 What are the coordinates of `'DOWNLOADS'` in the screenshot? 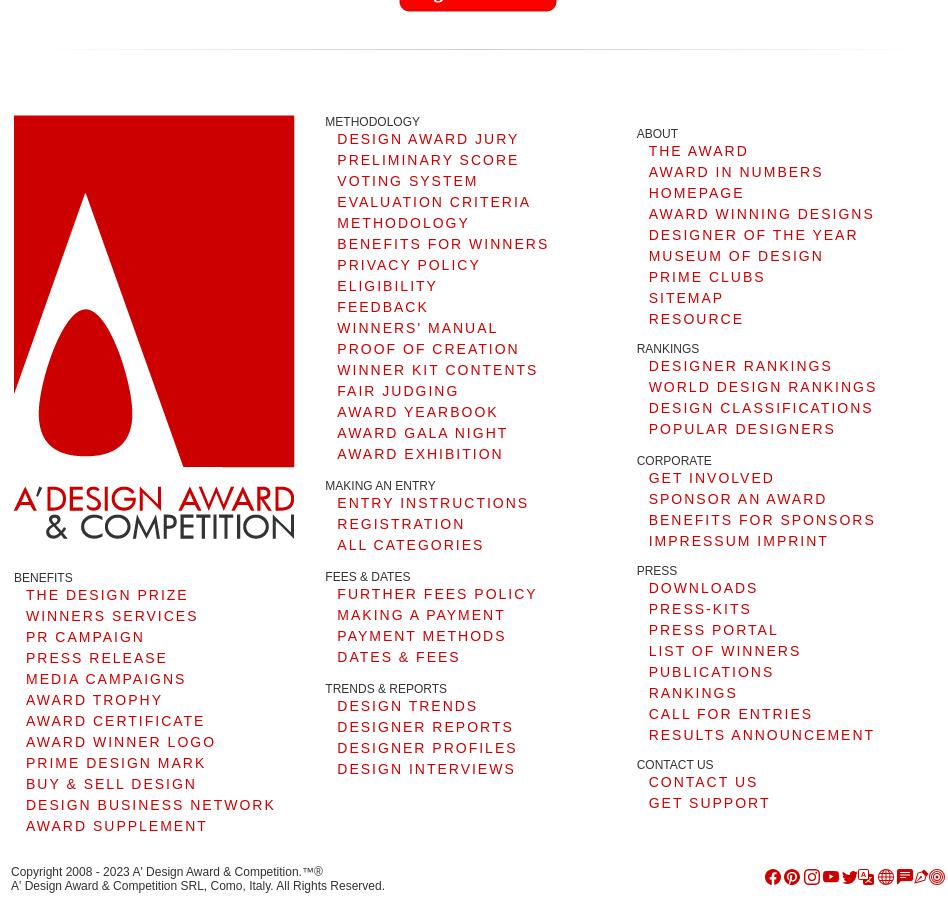 It's located at (702, 587).